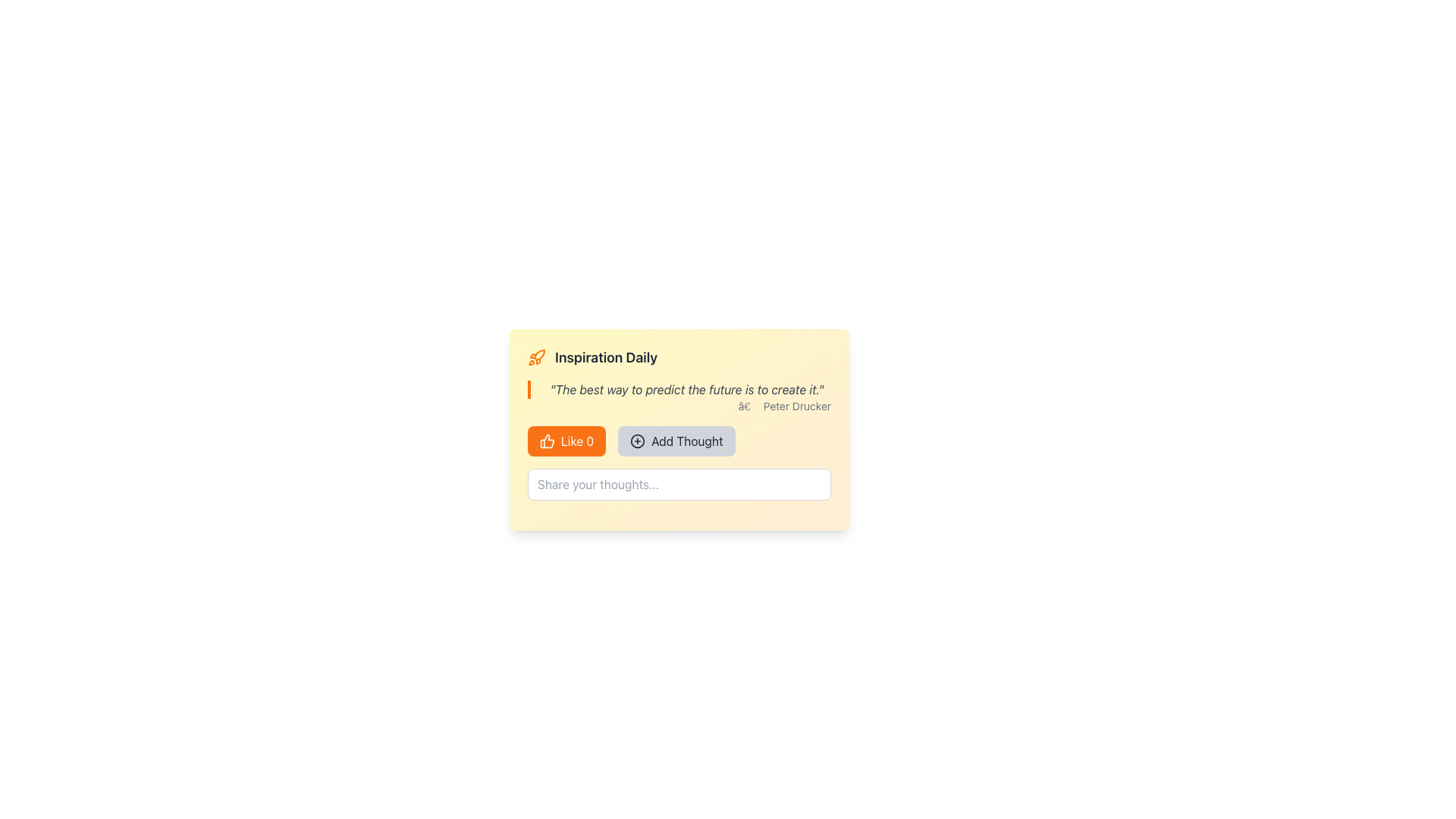 The image size is (1456, 819). Describe the element at coordinates (676, 441) in the screenshot. I see `the button that allows users to add a new thought or note, located to the right of the 'Like 0' button in the horizontal layout below 'Inspiration Daily'` at that location.